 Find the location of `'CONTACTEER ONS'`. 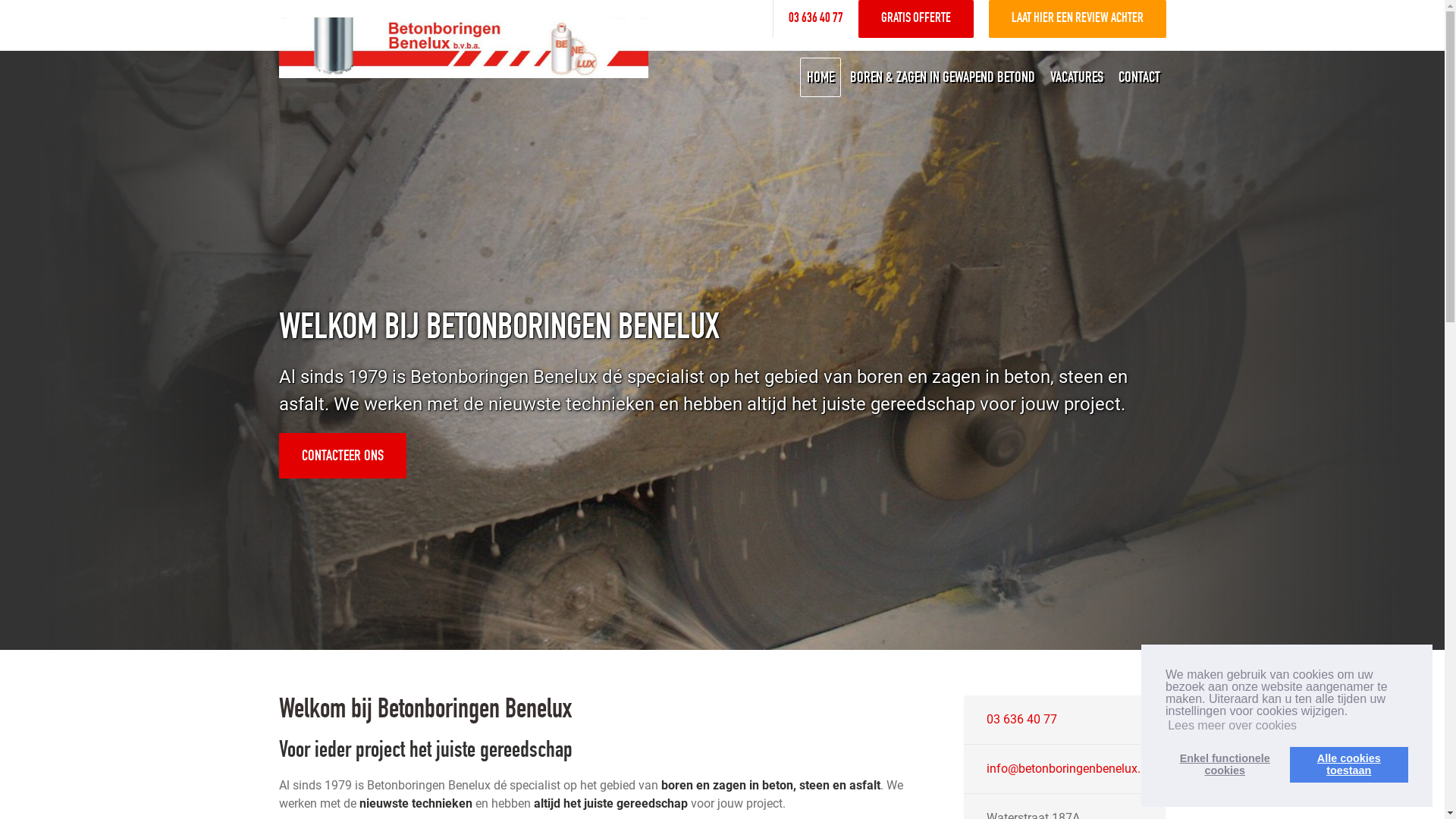

'CONTACTEER ONS' is located at coordinates (341, 455).